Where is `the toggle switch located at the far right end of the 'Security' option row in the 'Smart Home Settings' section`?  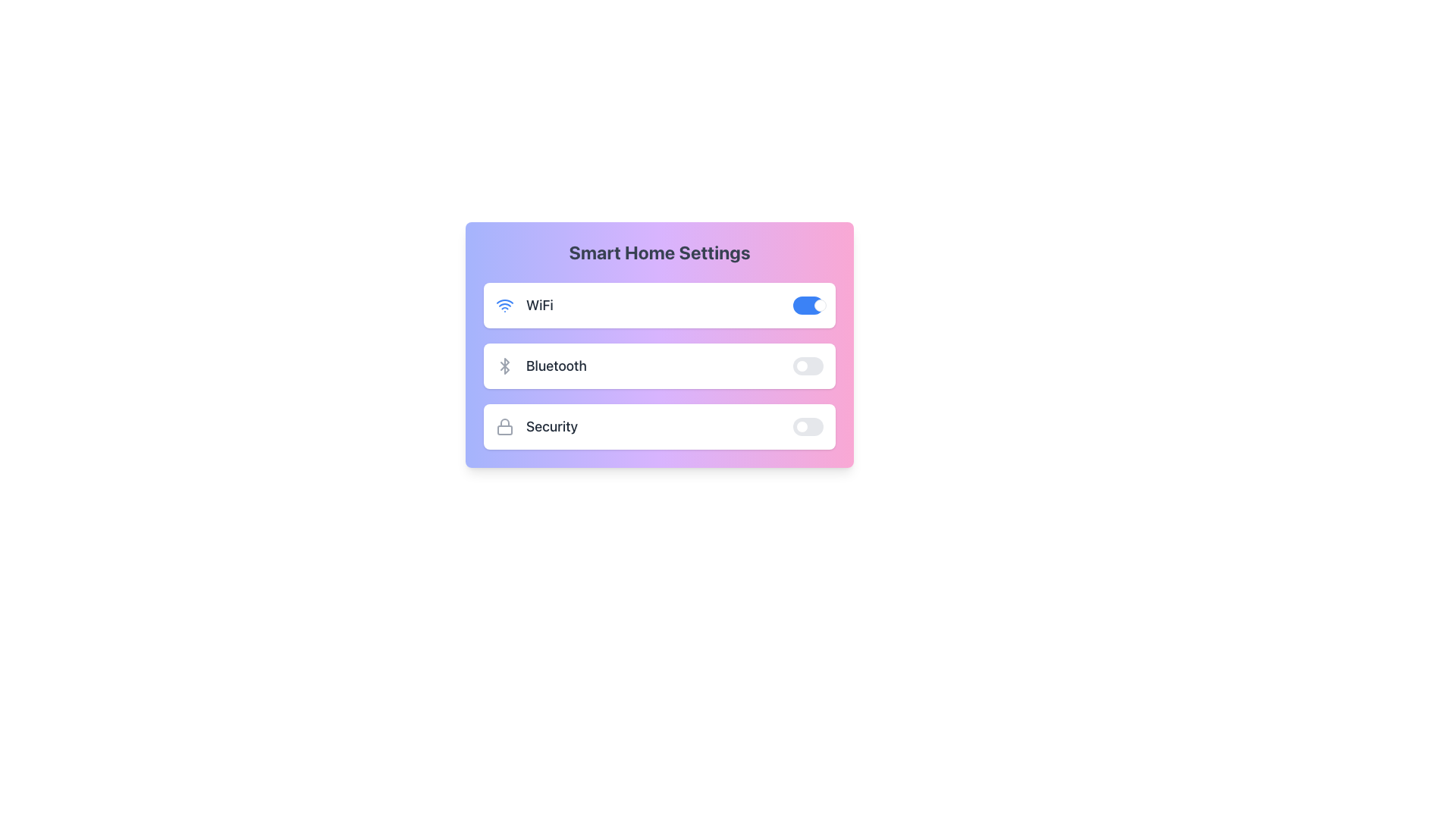
the toggle switch located at the far right end of the 'Security' option row in the 'Smart Home Settings' section is located at coordinates (807, 427).